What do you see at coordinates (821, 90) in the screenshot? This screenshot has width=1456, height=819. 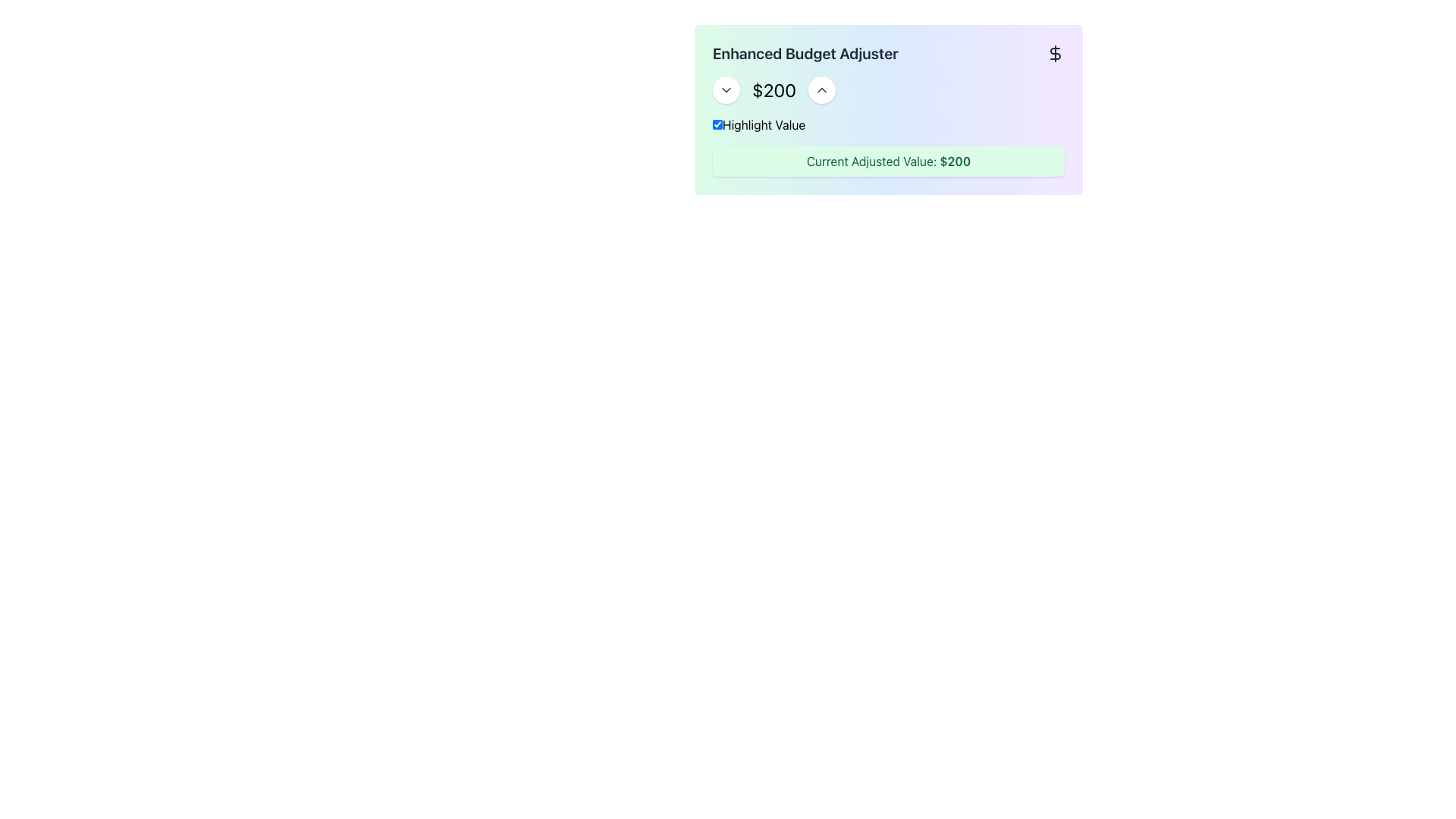 I see `the Chevron Icon for Upward Navigation located immediately to the right of the '$200' text in the Enhanced Budget Adjuster box to increment the budget value` at bounding box center [821, 90].